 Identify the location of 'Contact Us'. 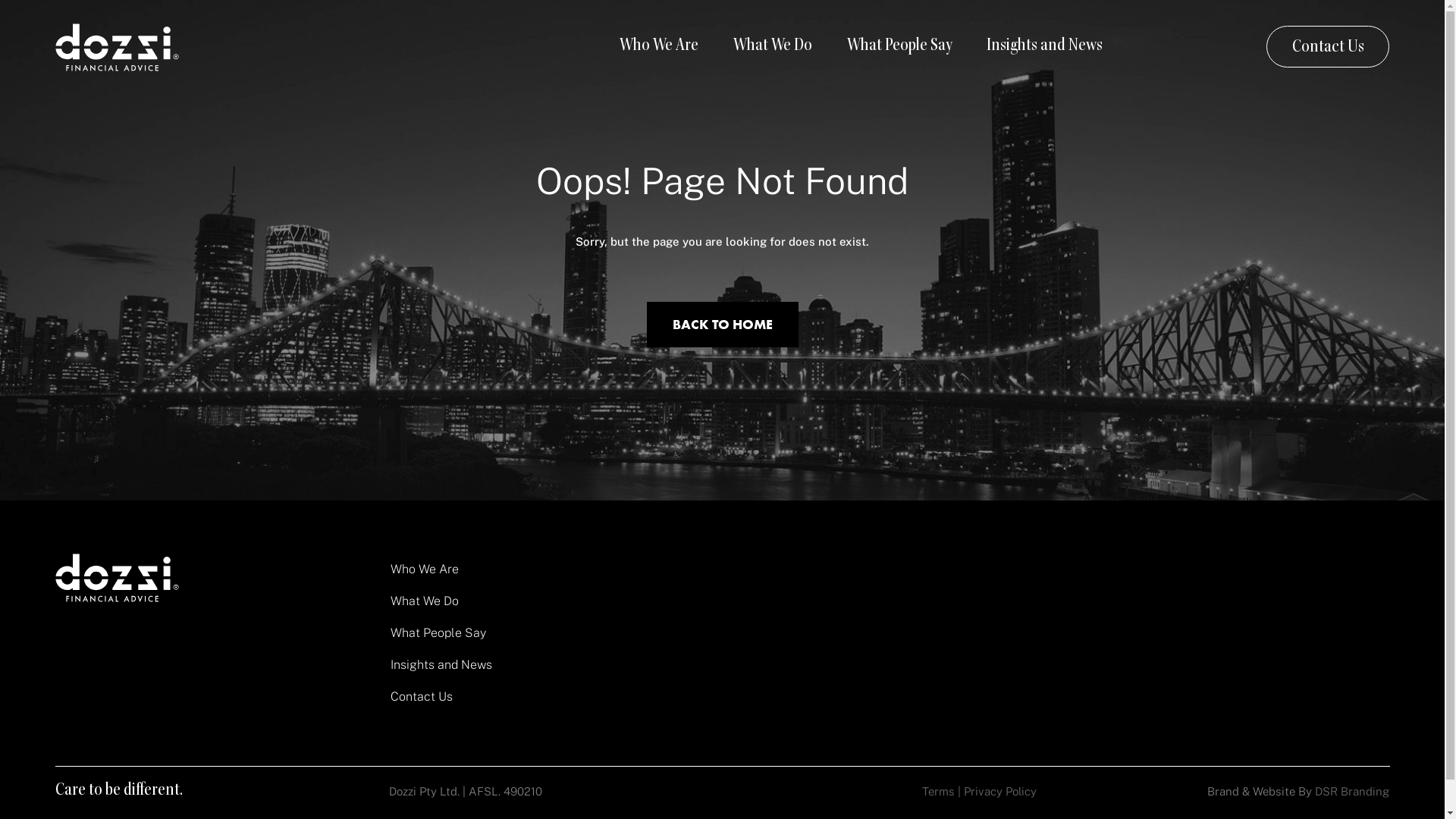
(1327, 45).